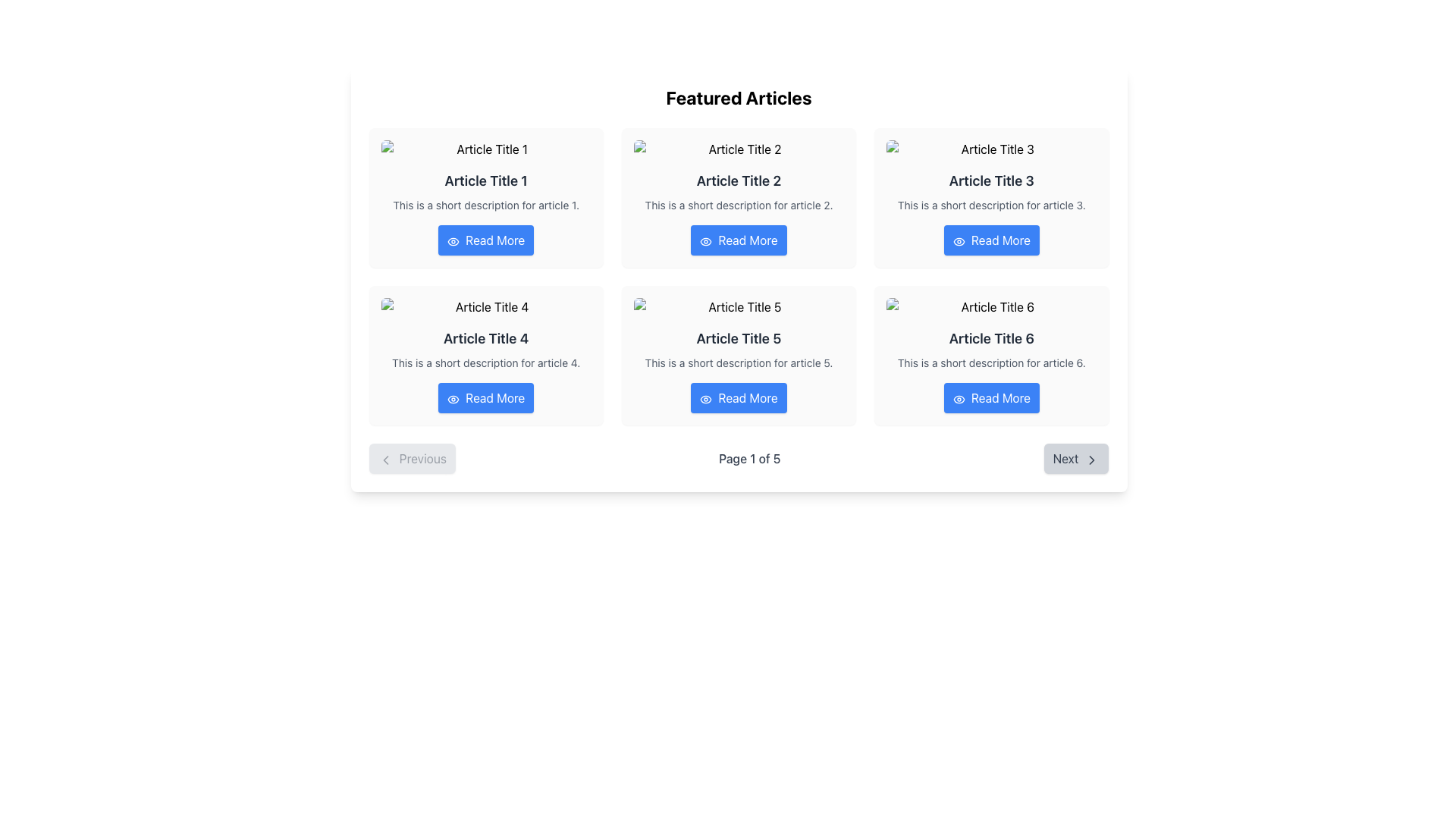 This screenshot has width=1456, height=819. What do you see at coordinates (486, 397) in the screenshot?
I see `the interactive button that allows users` at bounding box center [486, 397].